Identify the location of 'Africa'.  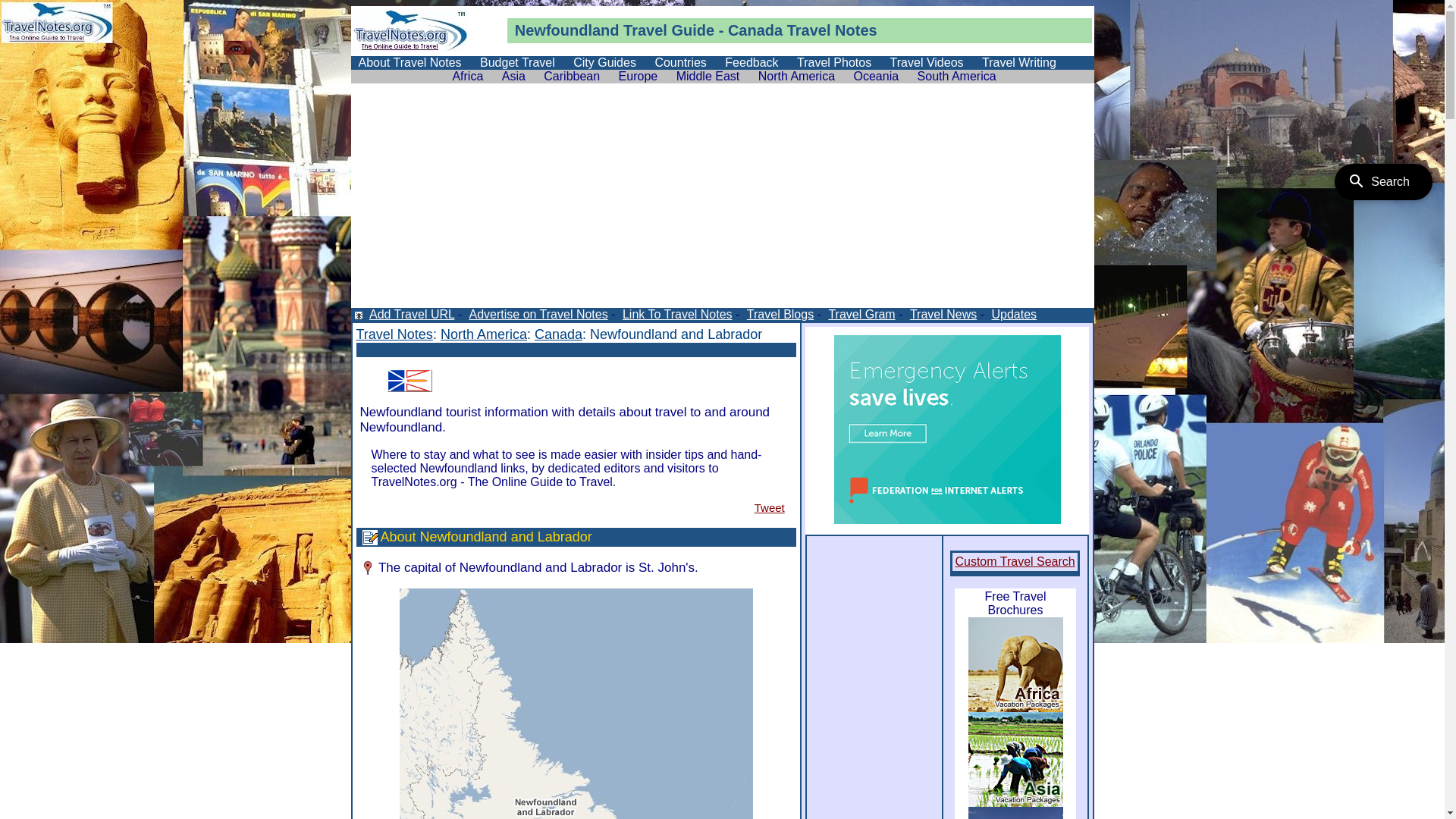
(466, 76).